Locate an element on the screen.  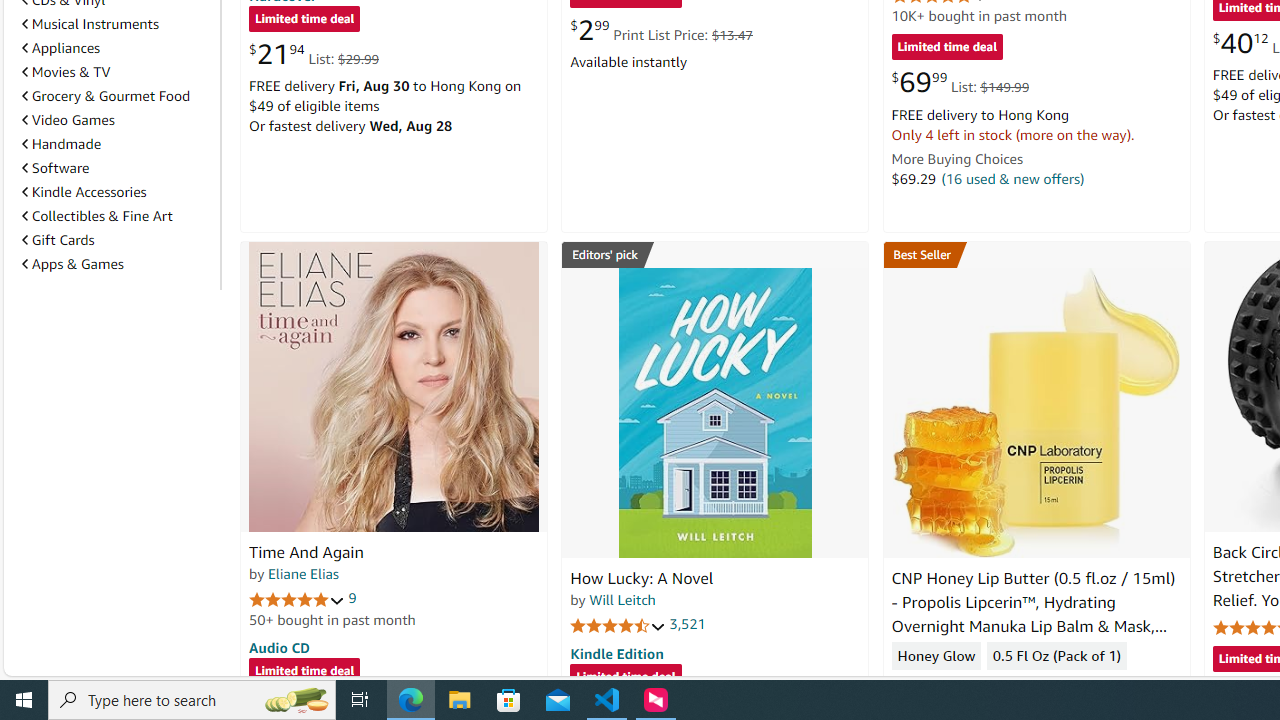
'Gift Cards' is located at coordinates (58, 239).